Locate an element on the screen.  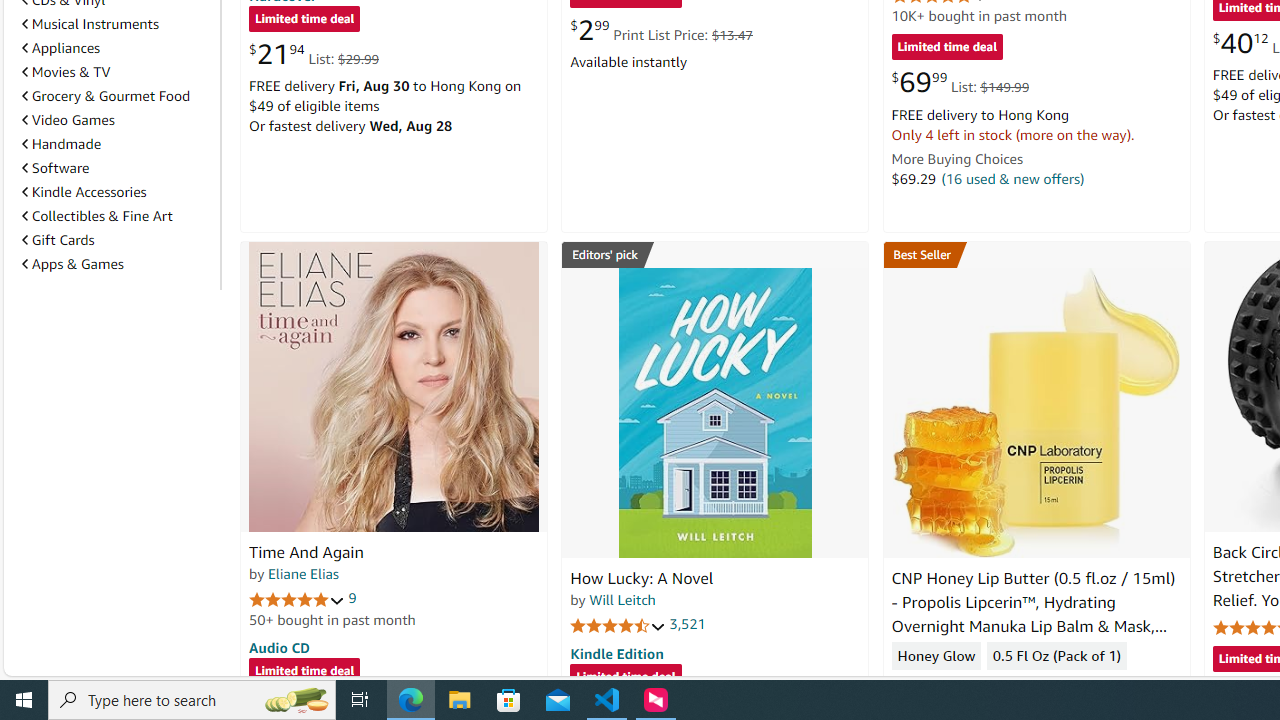
'Gift Cards' is located at coordinates (58, 239).